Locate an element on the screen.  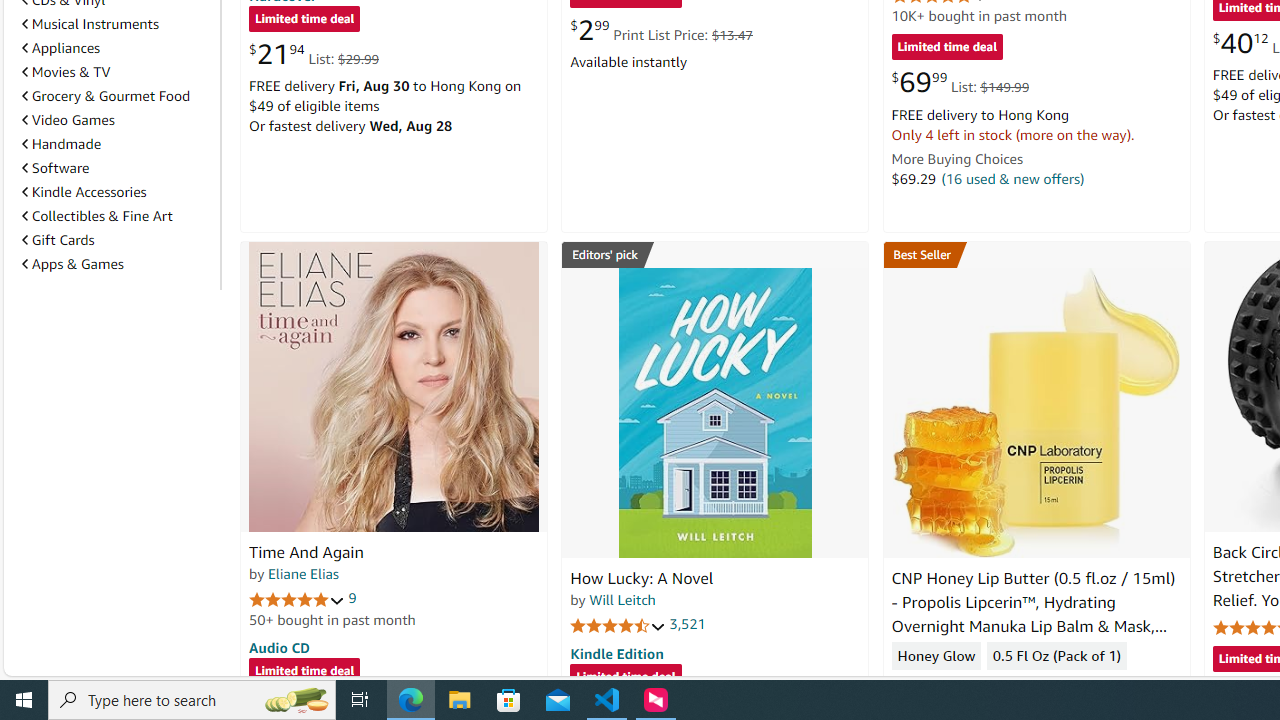
'Gift Cards' is located at coordinates (58, 239).